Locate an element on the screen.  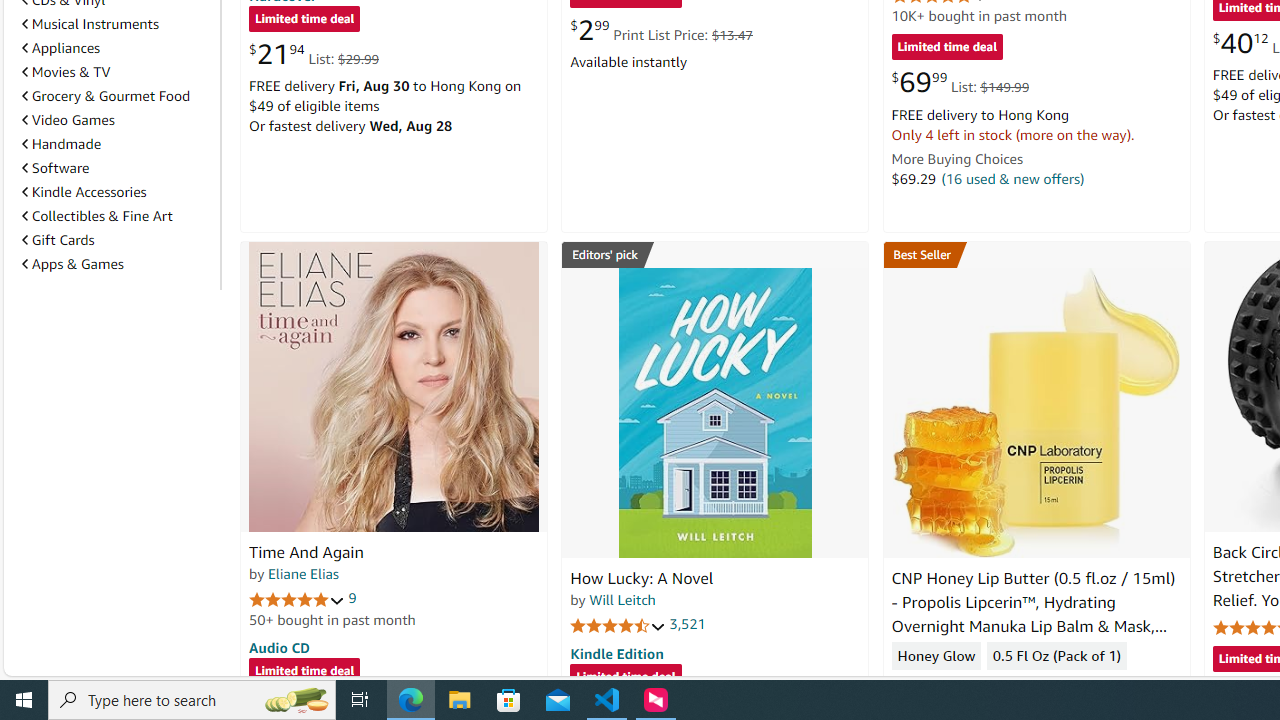
'Gift Cards' is located at coordinates (58, 239).